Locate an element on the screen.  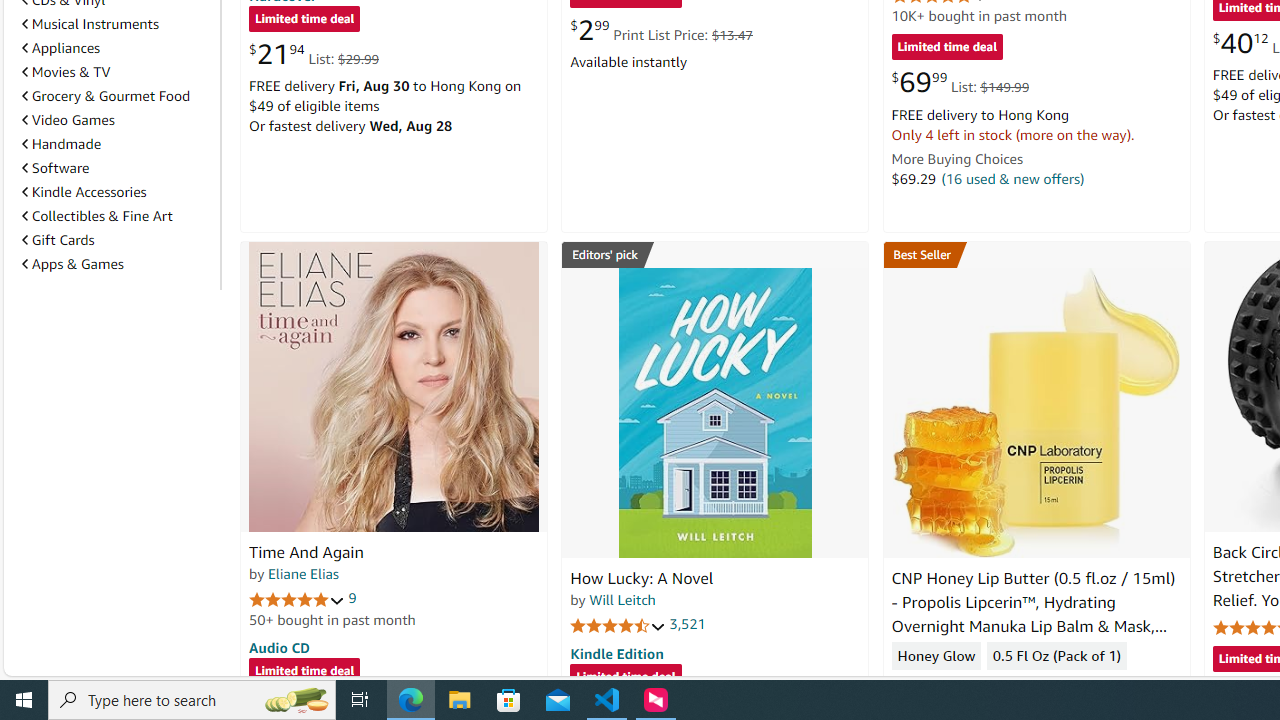
'Gift Cards' is located at coordinates (58, 239).